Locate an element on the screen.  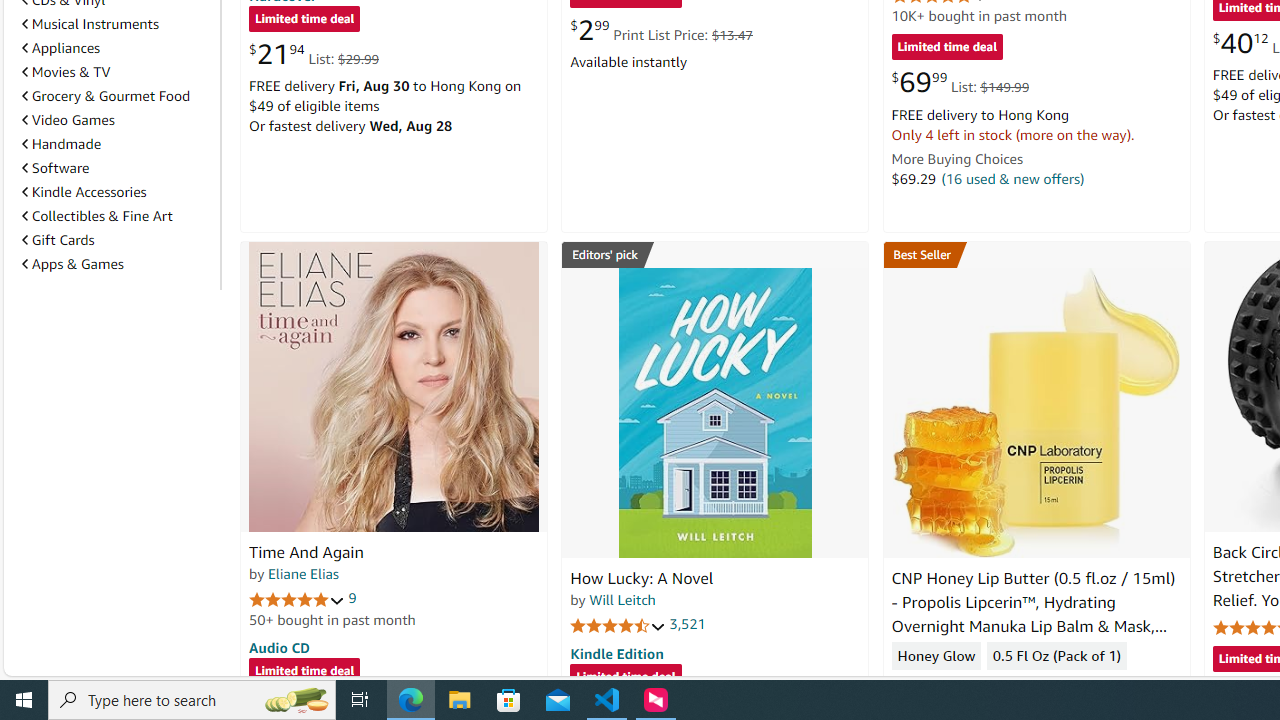
'Gift Cards' is located at coordinates (58, 239).